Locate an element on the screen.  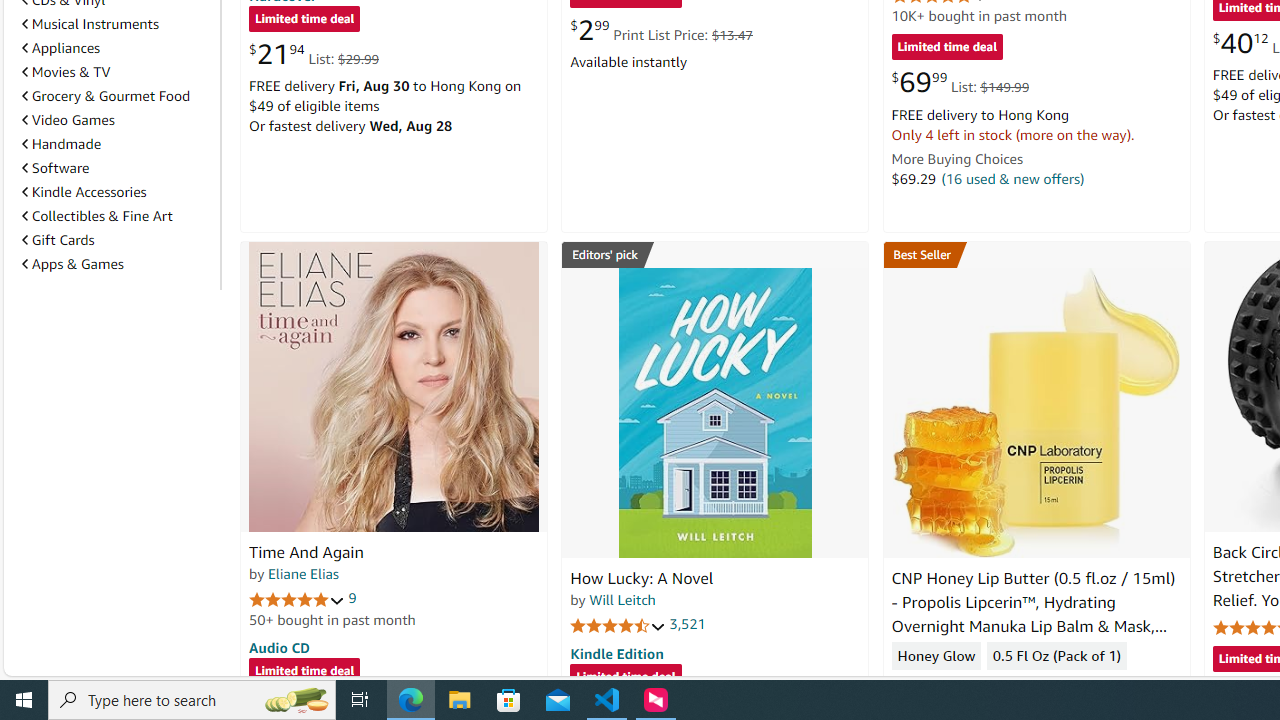
'Gift Cards' is located at coordinates (58, 239).